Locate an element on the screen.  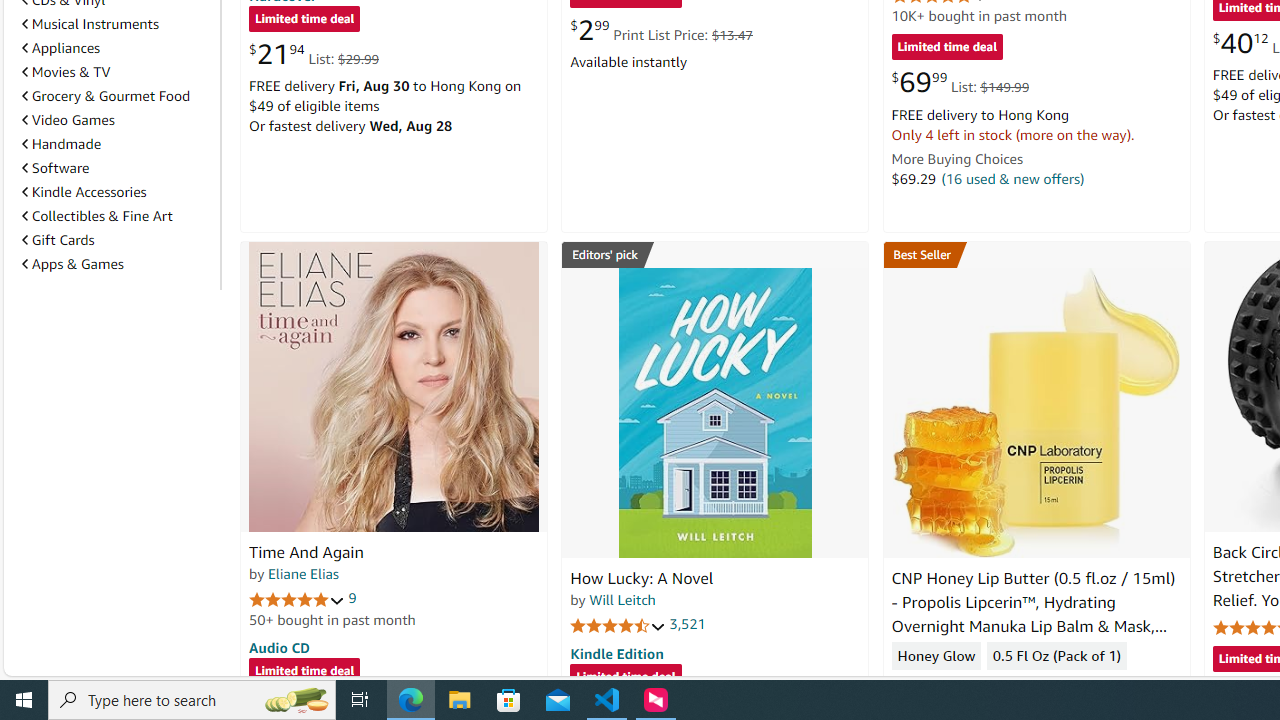
'Gift Cards' is located at coordinates (58, 239).